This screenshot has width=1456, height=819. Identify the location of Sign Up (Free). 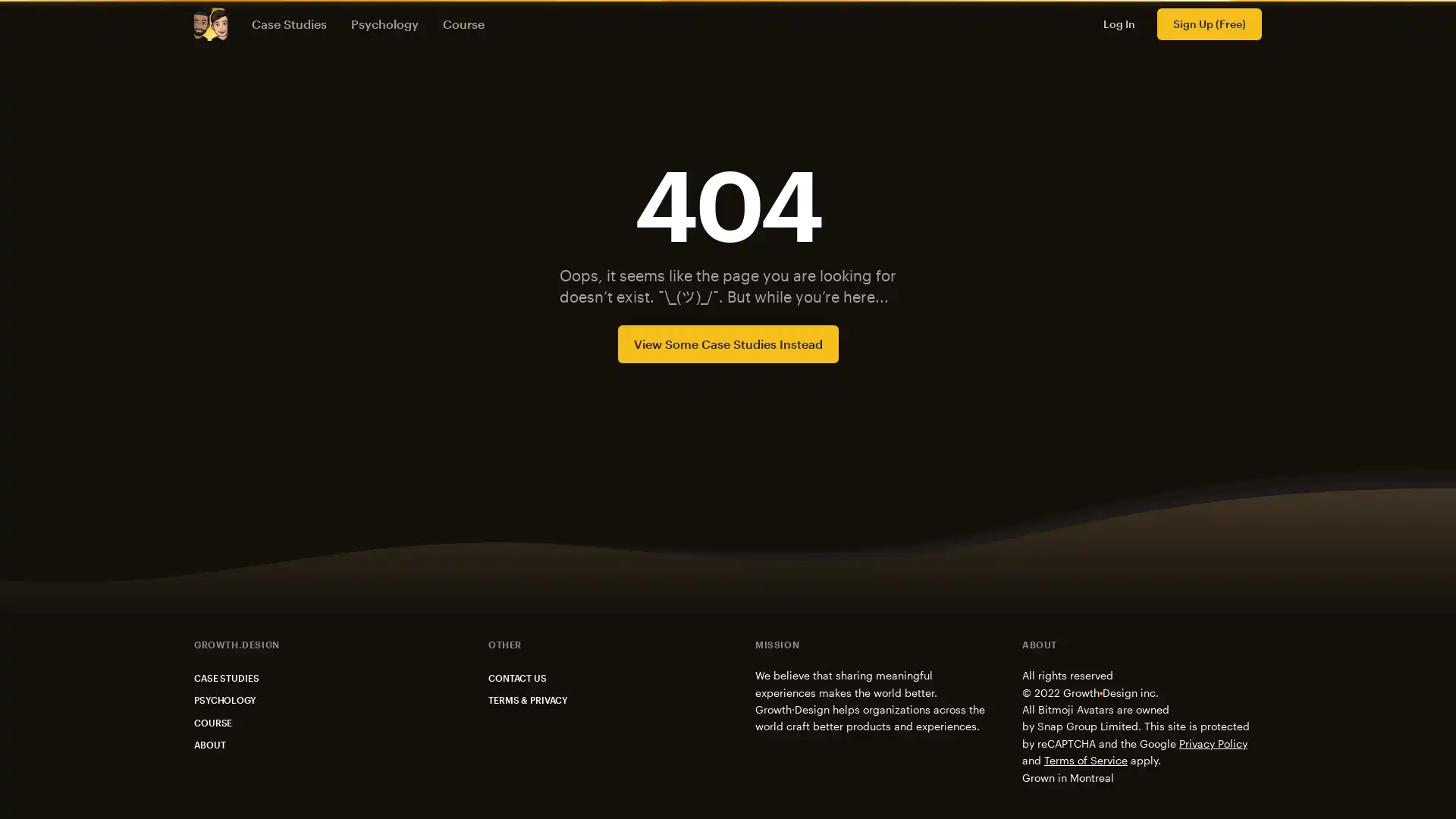
(1208, 24).